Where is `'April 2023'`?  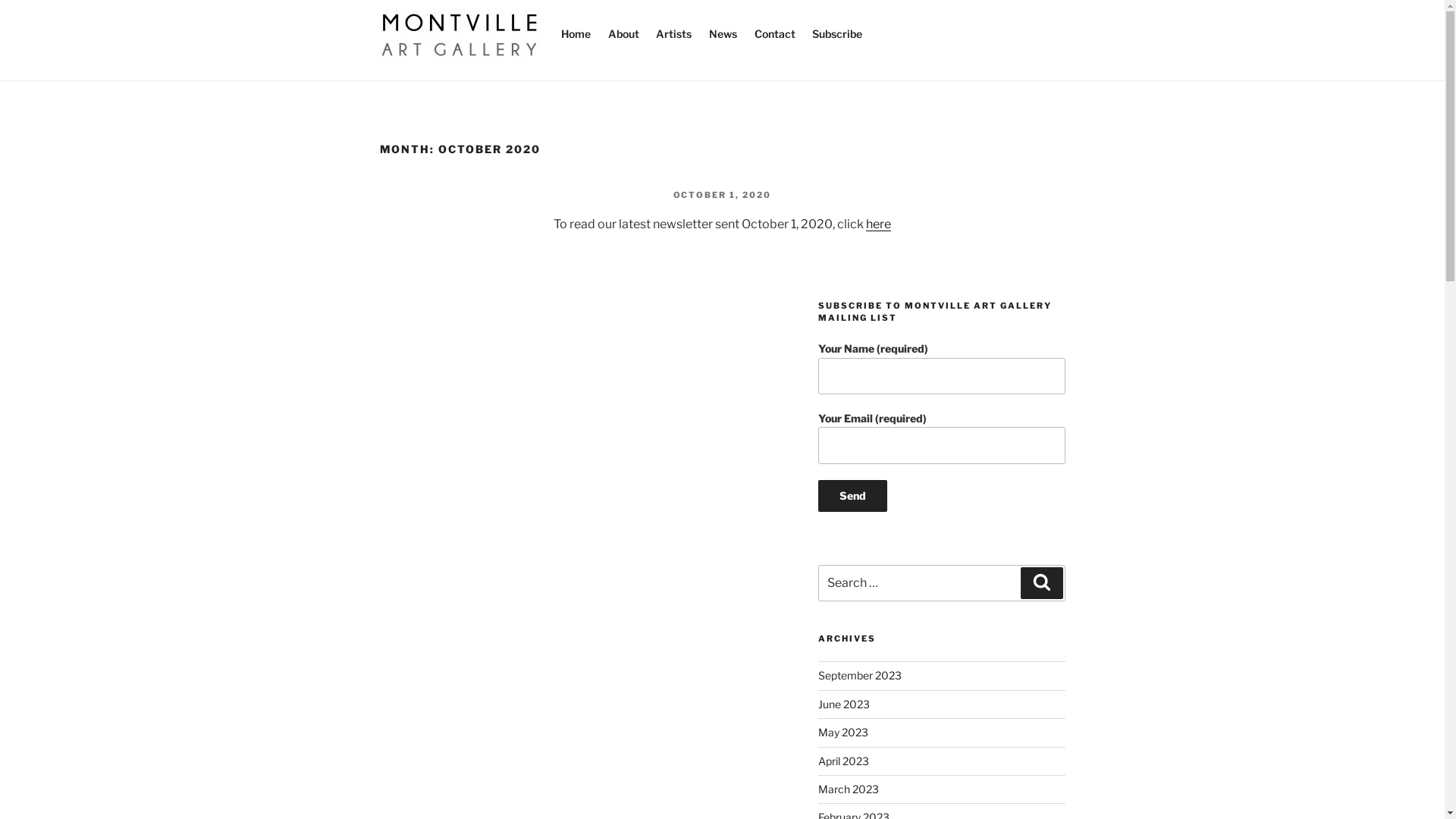
'April 2023' is located at coordinates (817, 761).